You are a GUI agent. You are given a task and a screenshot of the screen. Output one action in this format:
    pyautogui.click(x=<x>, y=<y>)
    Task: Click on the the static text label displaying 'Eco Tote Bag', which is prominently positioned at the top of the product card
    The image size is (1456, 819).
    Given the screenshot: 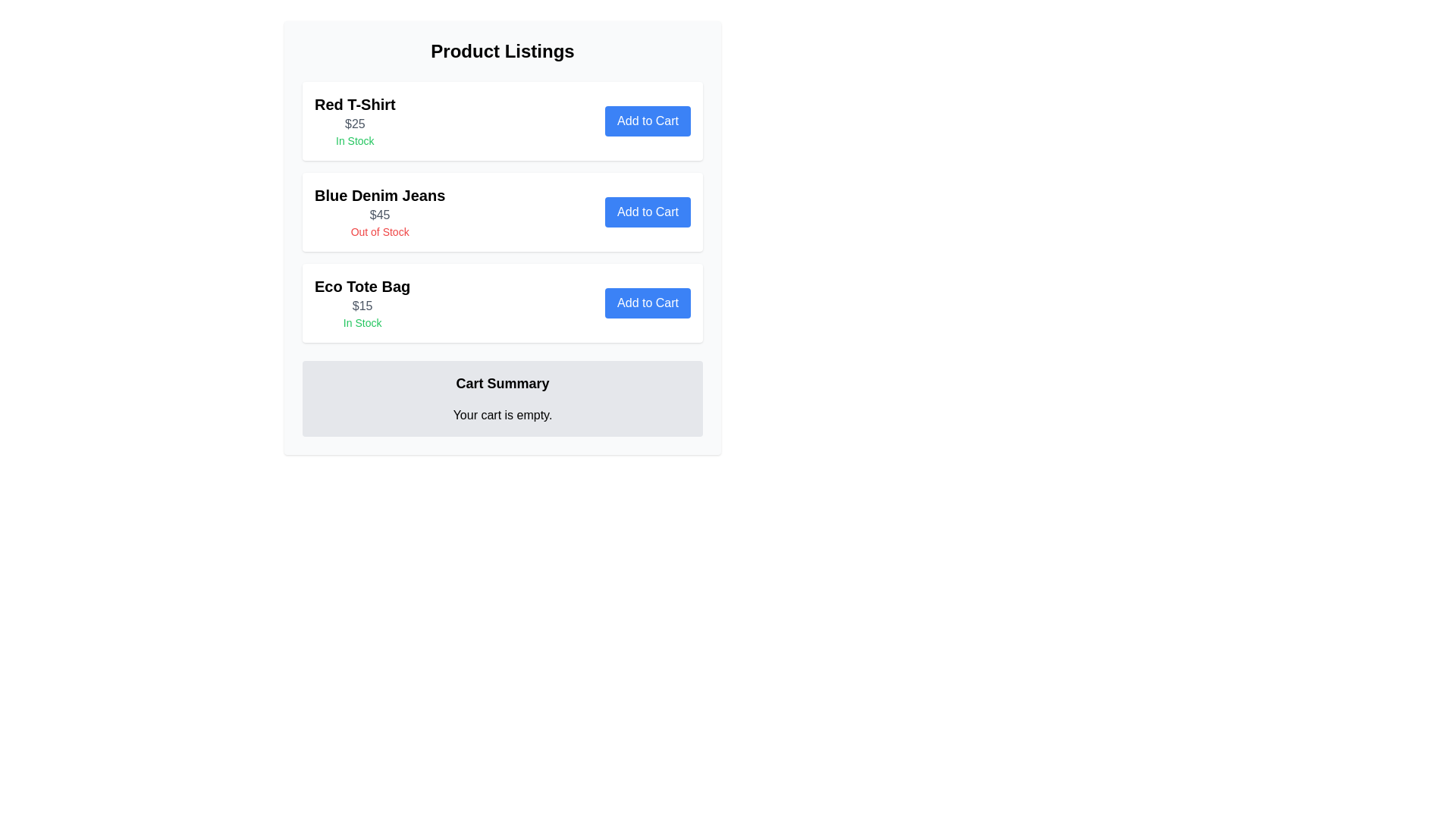 What is the action you would take?
    pyautogui.click(x=362, y=287)
    